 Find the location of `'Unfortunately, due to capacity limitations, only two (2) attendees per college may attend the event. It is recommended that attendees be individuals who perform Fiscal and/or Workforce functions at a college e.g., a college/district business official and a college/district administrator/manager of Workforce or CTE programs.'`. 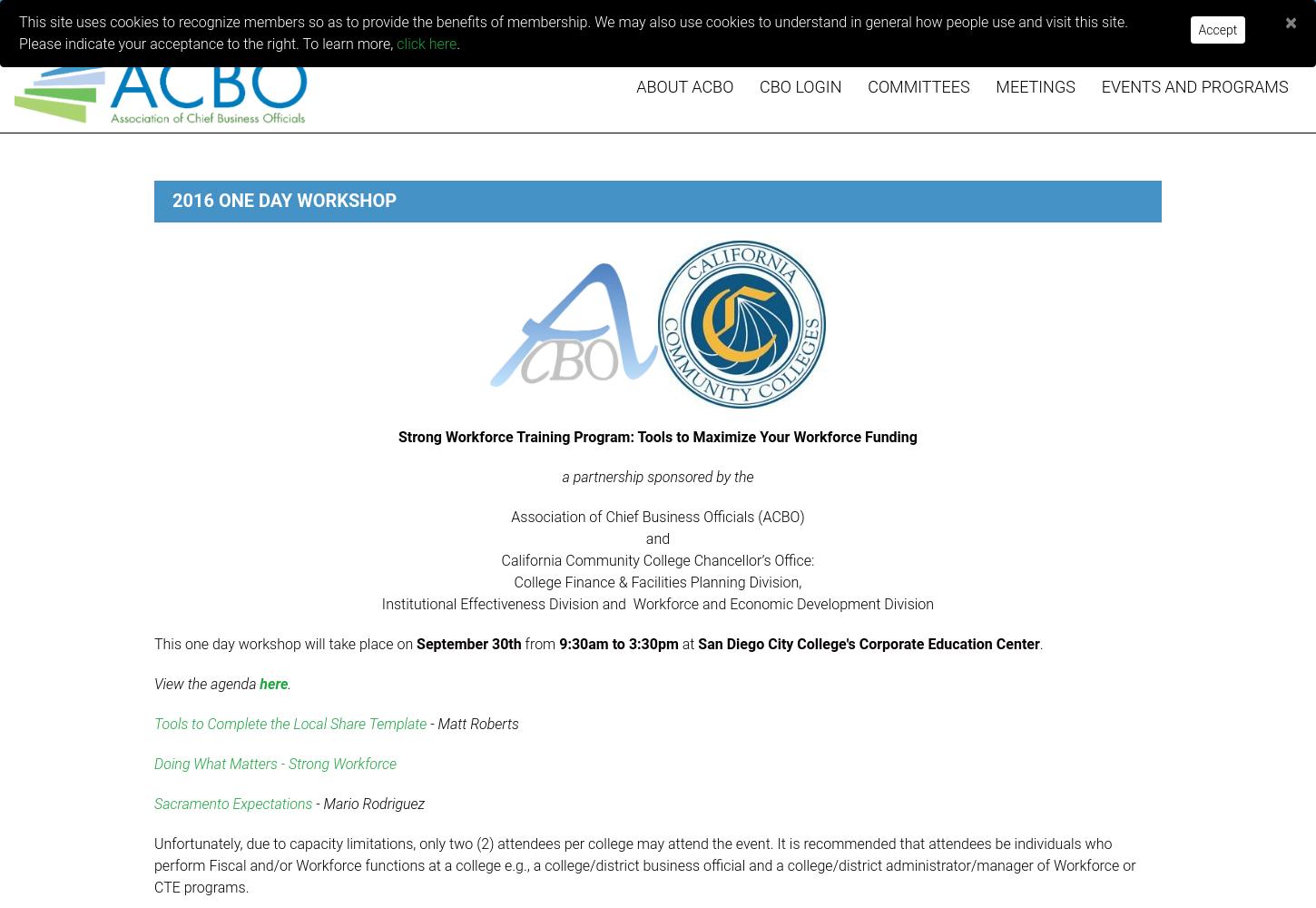

'Unfortunately, due to capacity limitations, only two (2) attendees per college may attend the event. It is recommended that attendees be individuals who perform Fiscal and/or Workforce functions at a college e.g., a college/district business official and a college/district administrator/manager of Workforce or CTE programs.' is located at coordinates (643, 864).